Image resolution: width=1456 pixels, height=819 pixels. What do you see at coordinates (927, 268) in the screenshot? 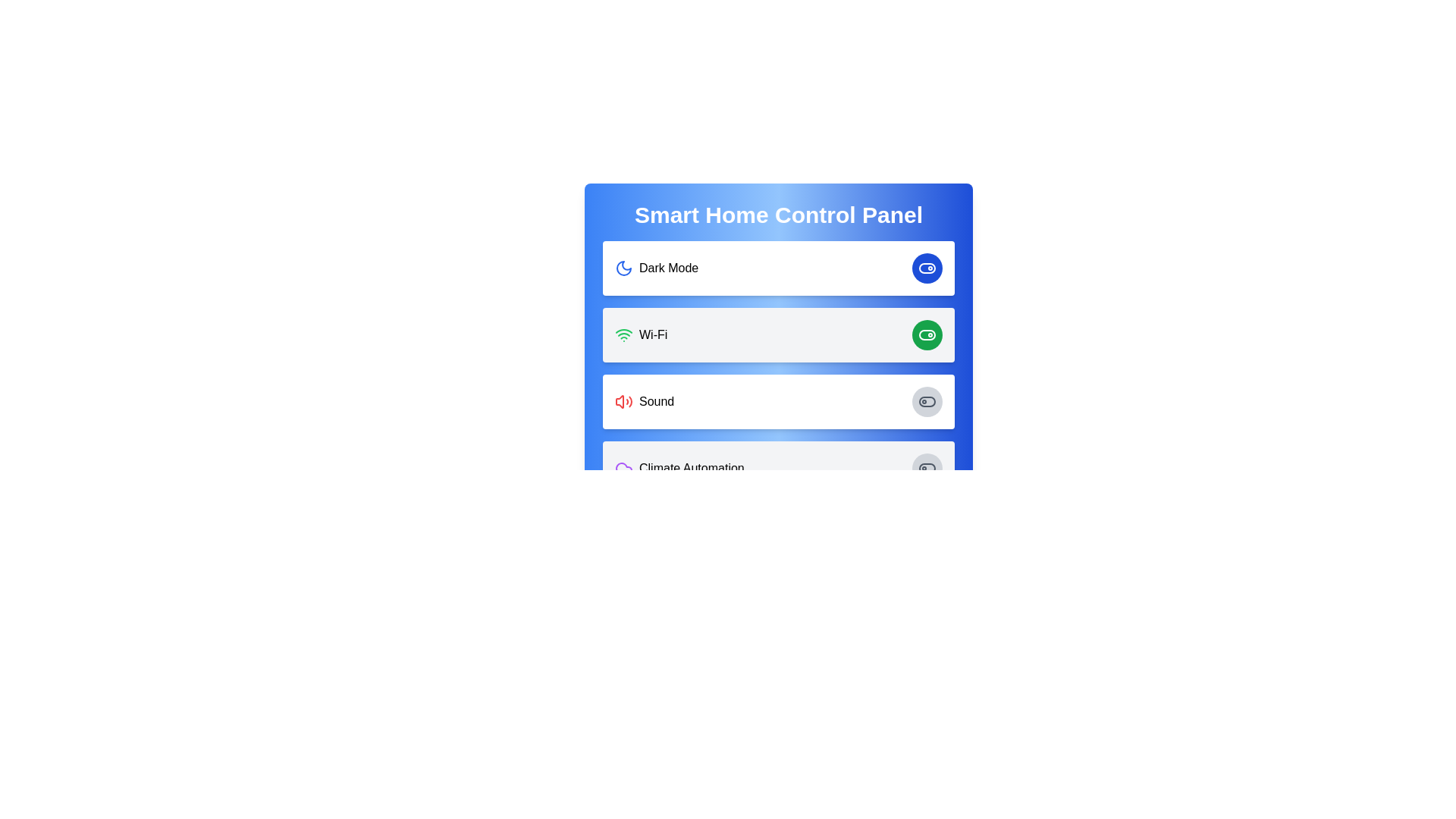
I see `the toggle switch for 'Dark Mode' in the top-right corner of the first list item` at bounding box center [927, 268].